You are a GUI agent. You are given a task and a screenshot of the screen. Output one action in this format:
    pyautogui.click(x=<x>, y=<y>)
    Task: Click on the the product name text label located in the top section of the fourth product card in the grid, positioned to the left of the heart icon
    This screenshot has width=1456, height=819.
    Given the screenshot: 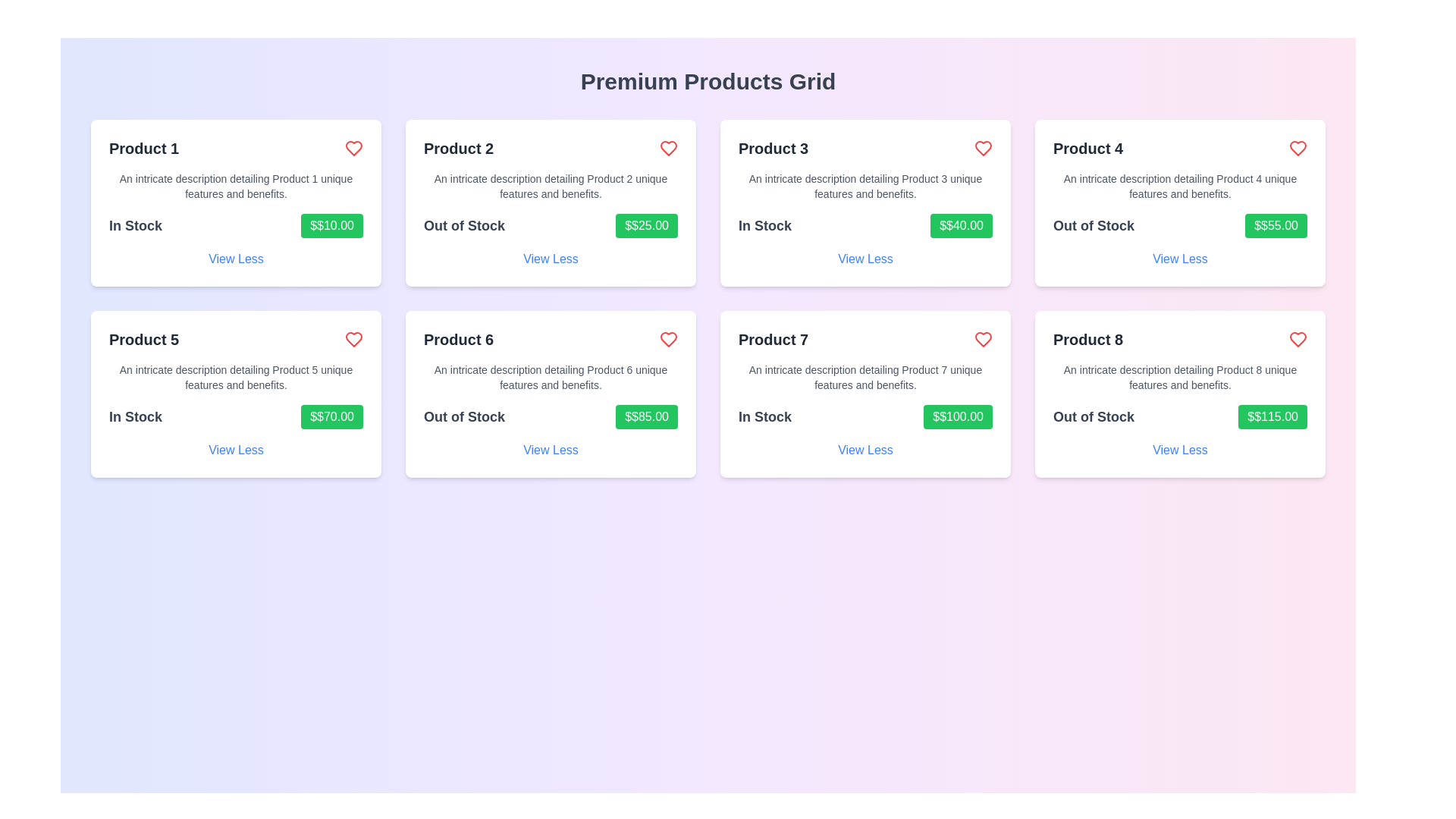 What is the action you would take?
    pyautogui.click(x=1087, y=149)
    